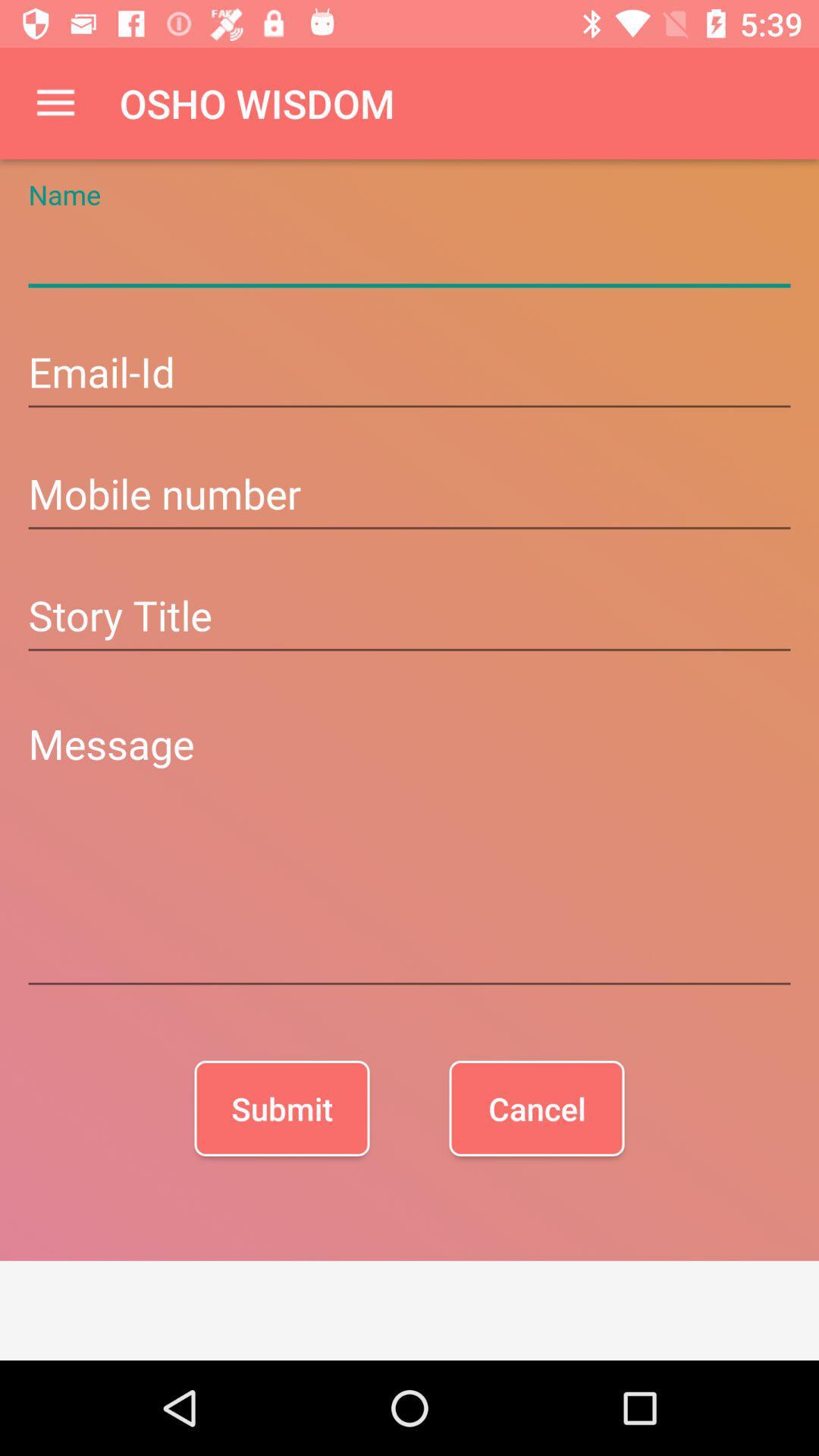 The width and height of the screenshot is (819, 1456). I want to click on space to enter the email id, so click(409, 375).